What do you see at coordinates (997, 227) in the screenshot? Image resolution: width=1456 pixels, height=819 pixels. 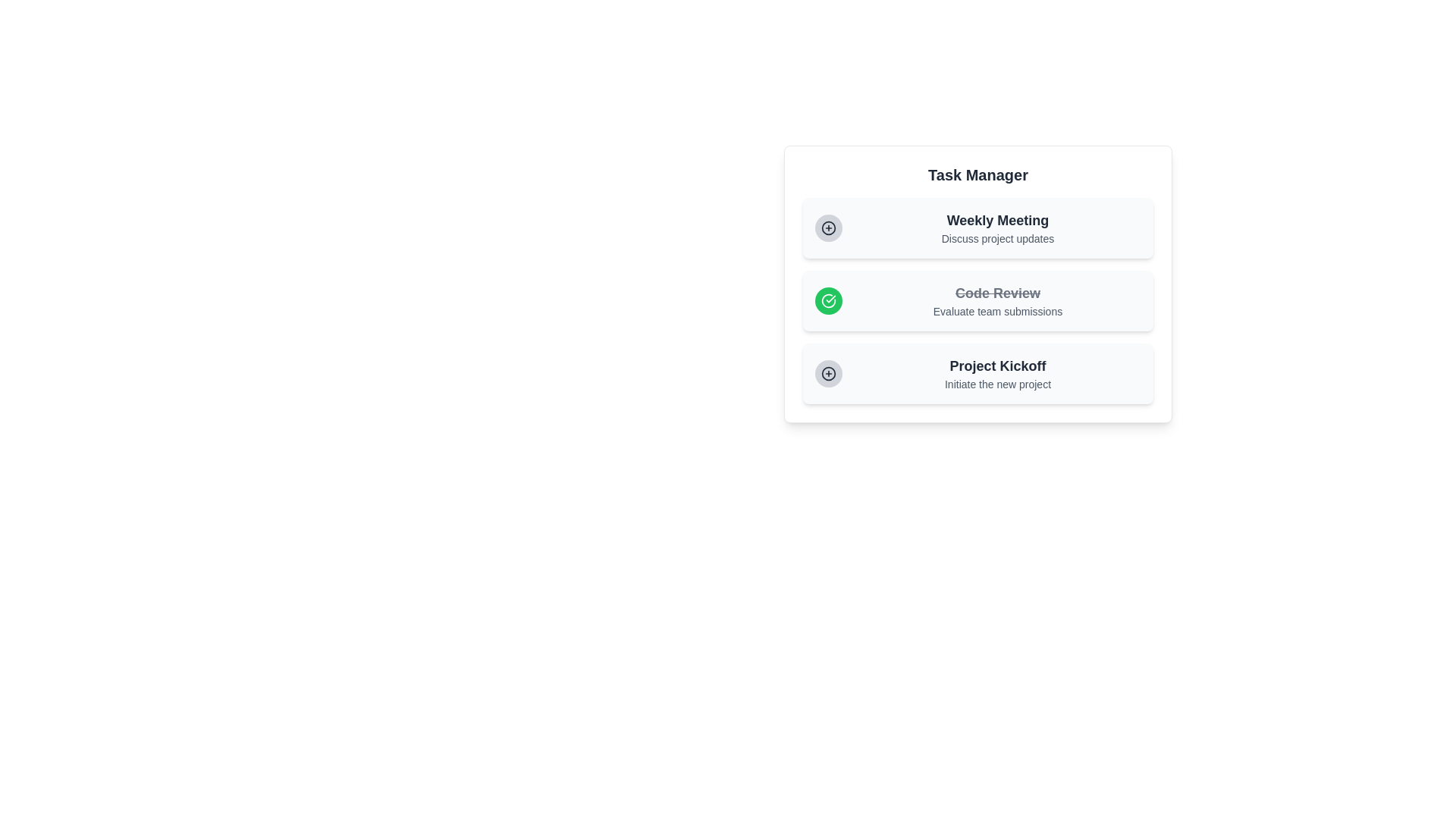 I see `the Text Display Area which contains the lines 'Weekly Meeting' and 'Discuss project updates'` at bounding box center [997, 227].